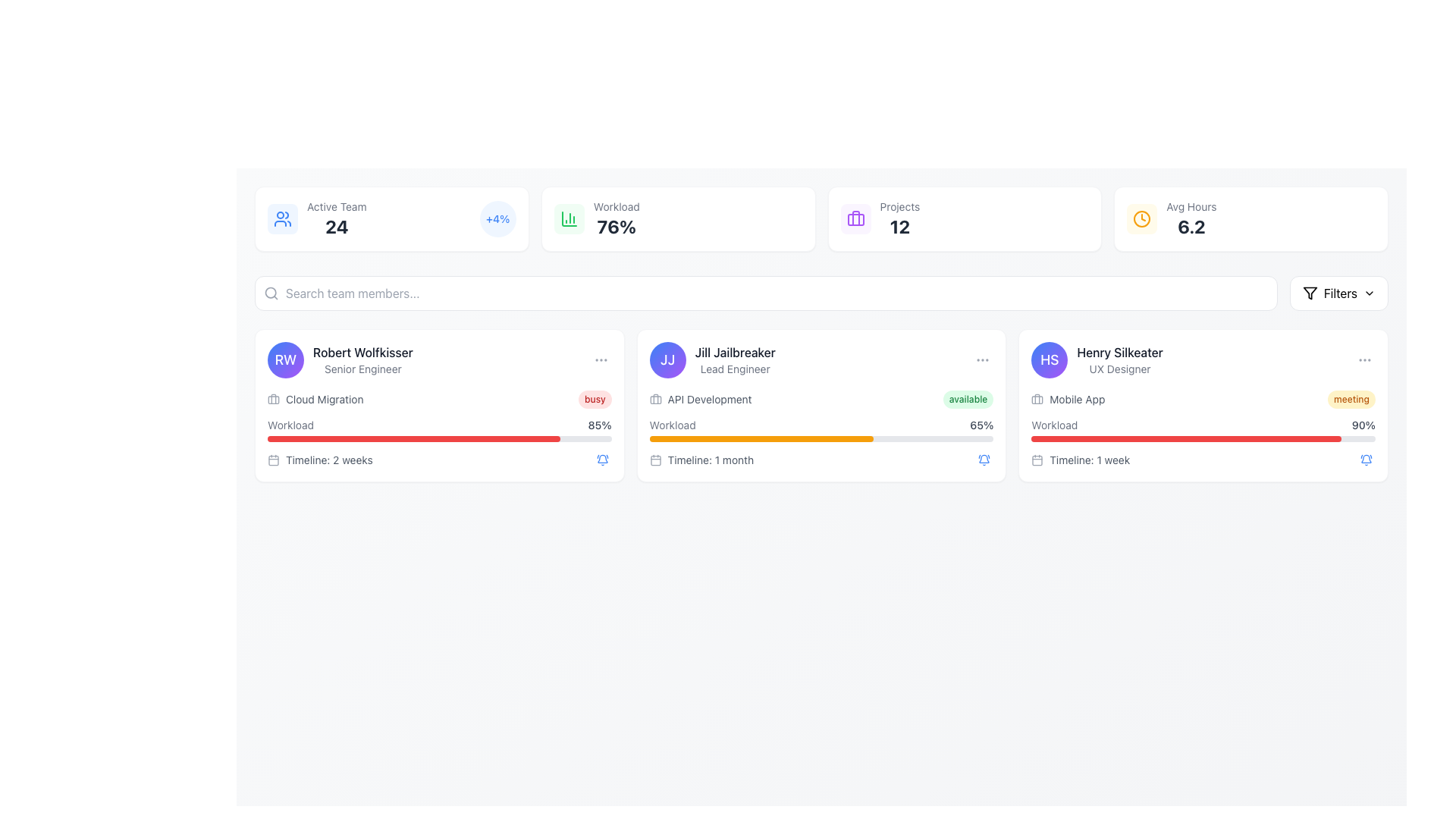  What do you see at coordinates (899, 219) in the screenshot?
I see `the 'Projects' text display element located in the top section of the interface` at bounding box center [899, 219].